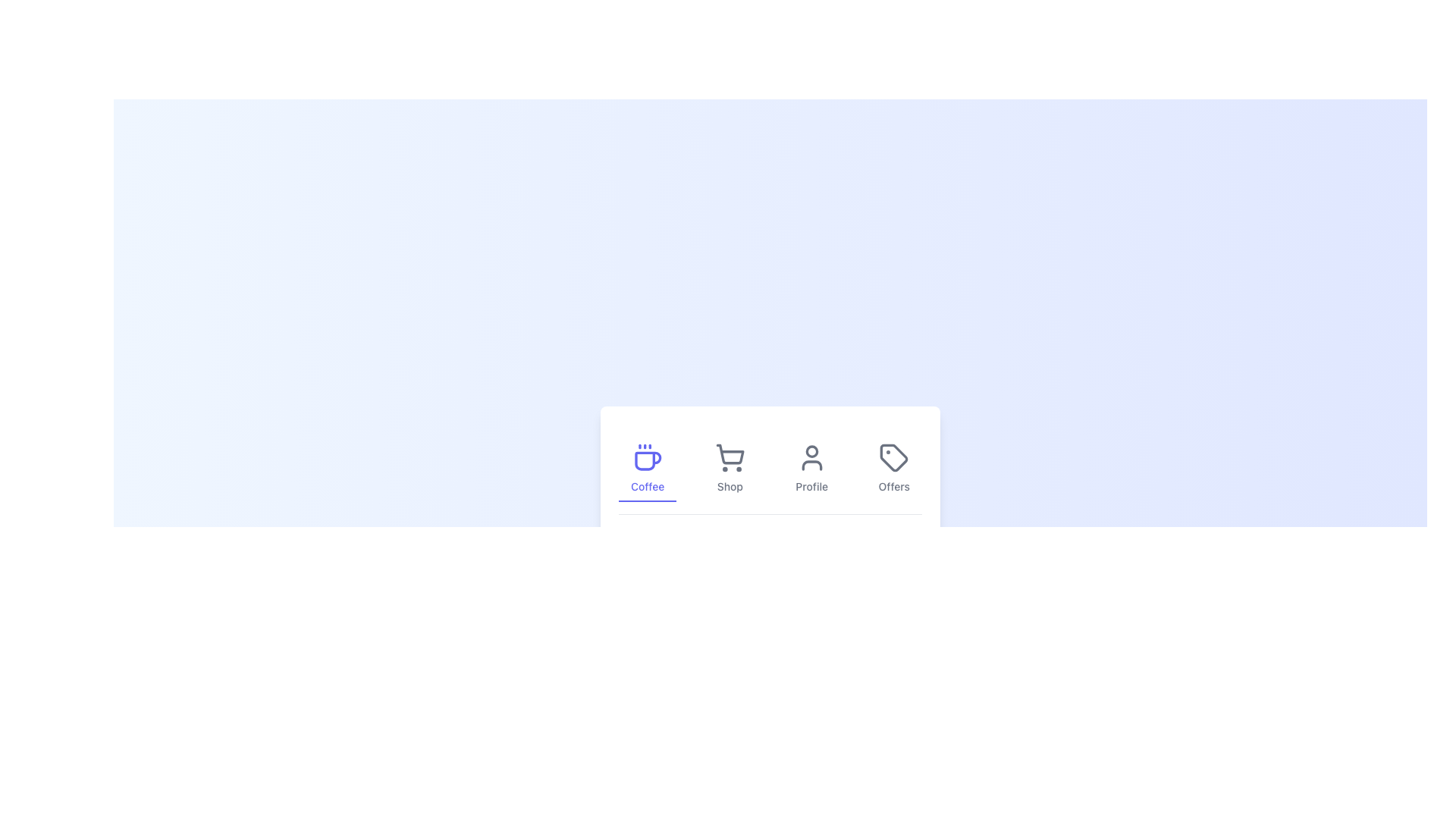 The width and height of the screenshot is (1456, 819). I want to click on the stylized coffee cup icon located in the bottom navigation bar, so click(648, 457).